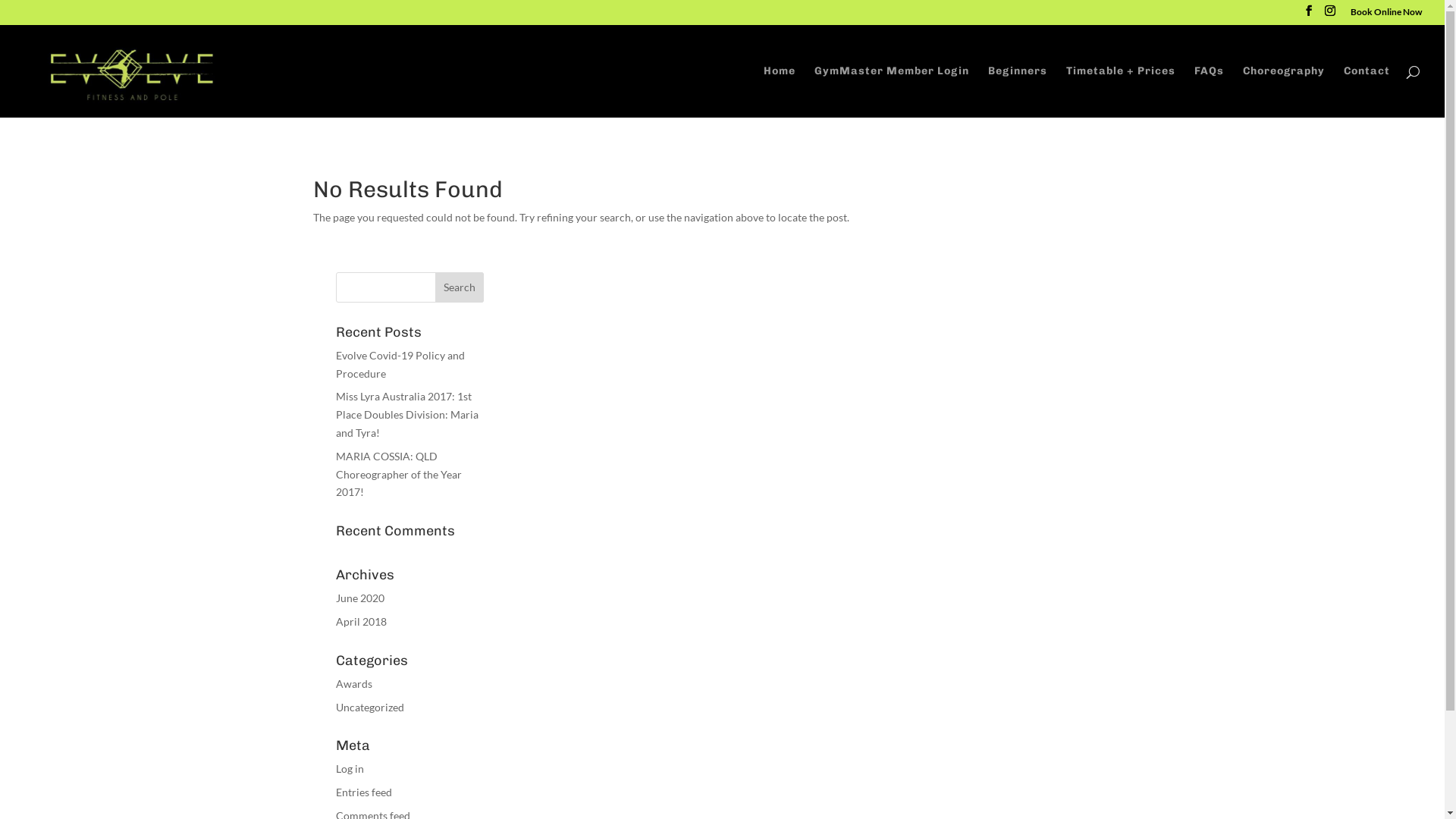 This screenshot has height=819, width=1456. Describe the element at coordinates (1283, 90) in the screenshot. I see `'Choreography'` at that location.